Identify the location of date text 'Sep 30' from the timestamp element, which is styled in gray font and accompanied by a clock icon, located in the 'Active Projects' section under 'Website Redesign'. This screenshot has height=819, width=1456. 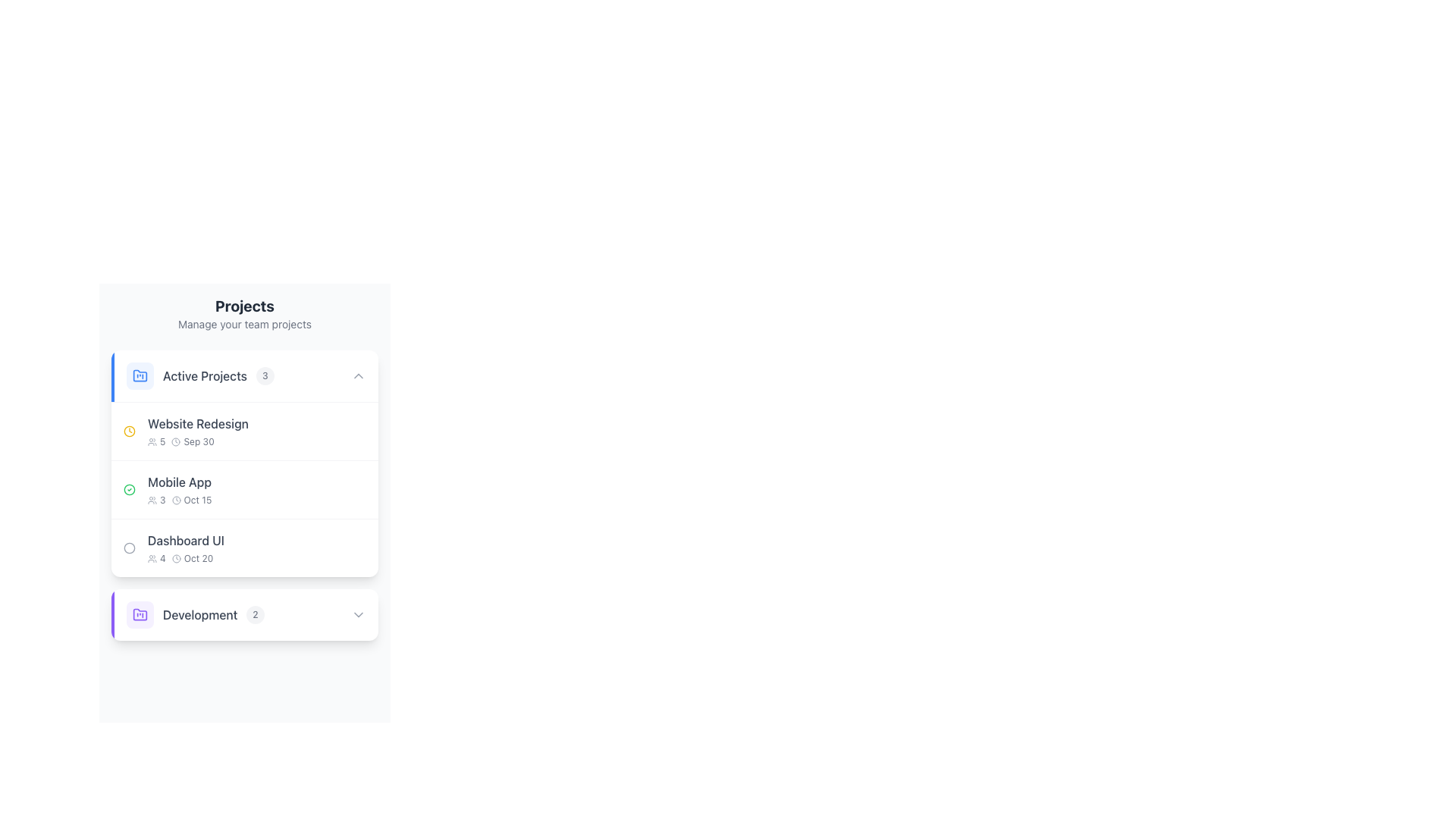
(192, 441).